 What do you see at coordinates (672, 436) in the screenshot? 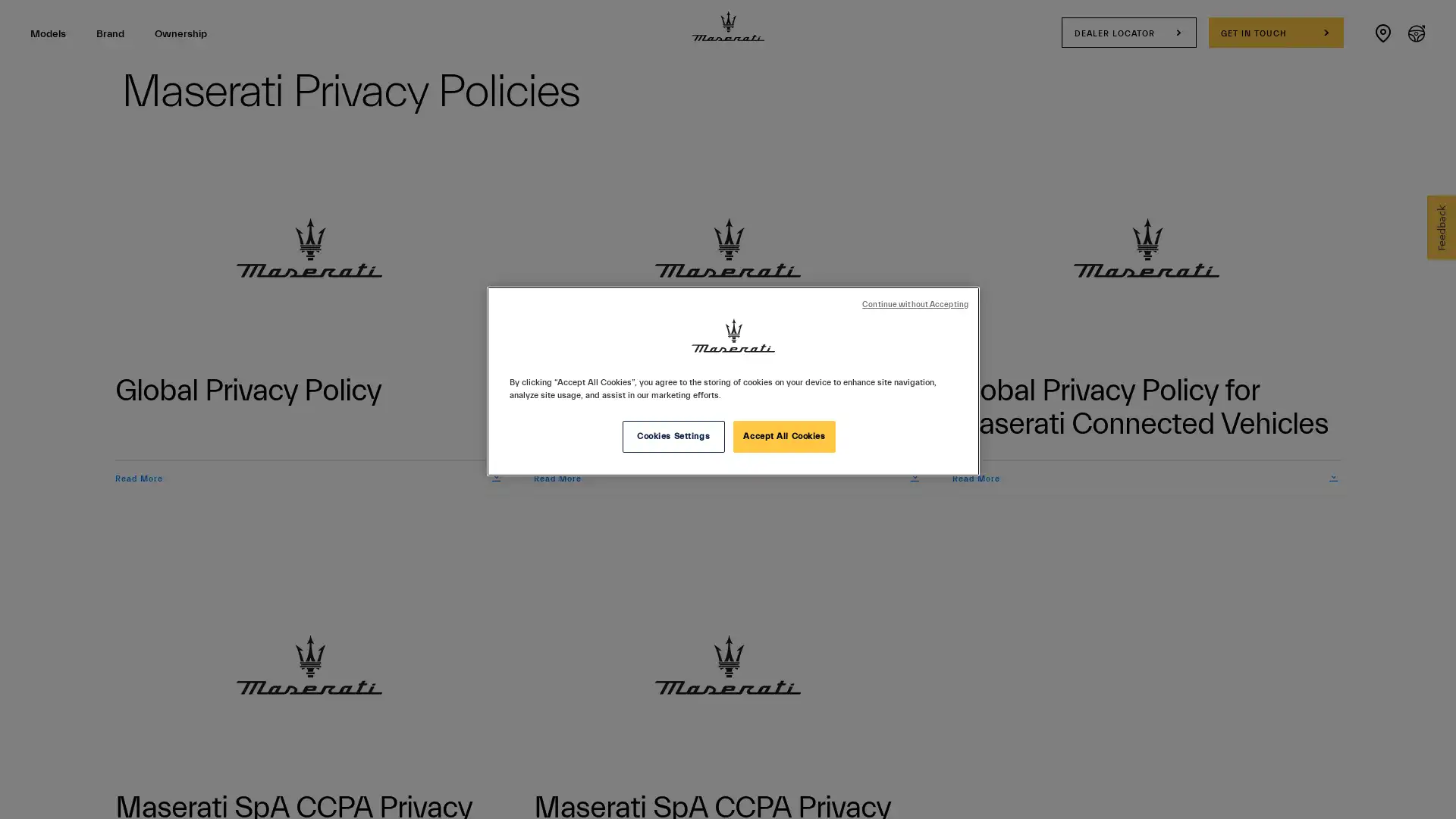
I see `Cookies Settings` at bounding box center [672, 436].